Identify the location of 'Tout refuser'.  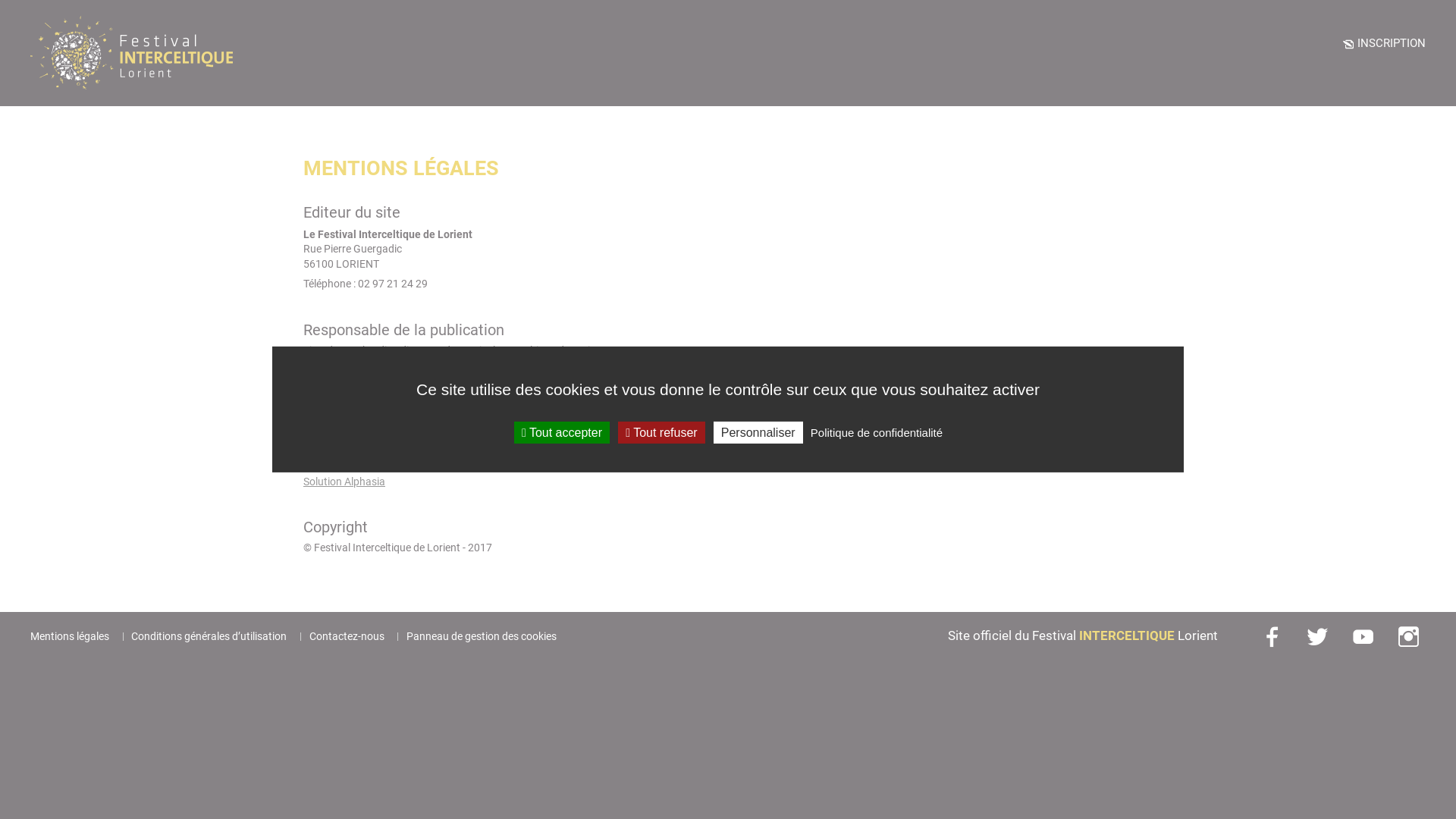
(618, 432).